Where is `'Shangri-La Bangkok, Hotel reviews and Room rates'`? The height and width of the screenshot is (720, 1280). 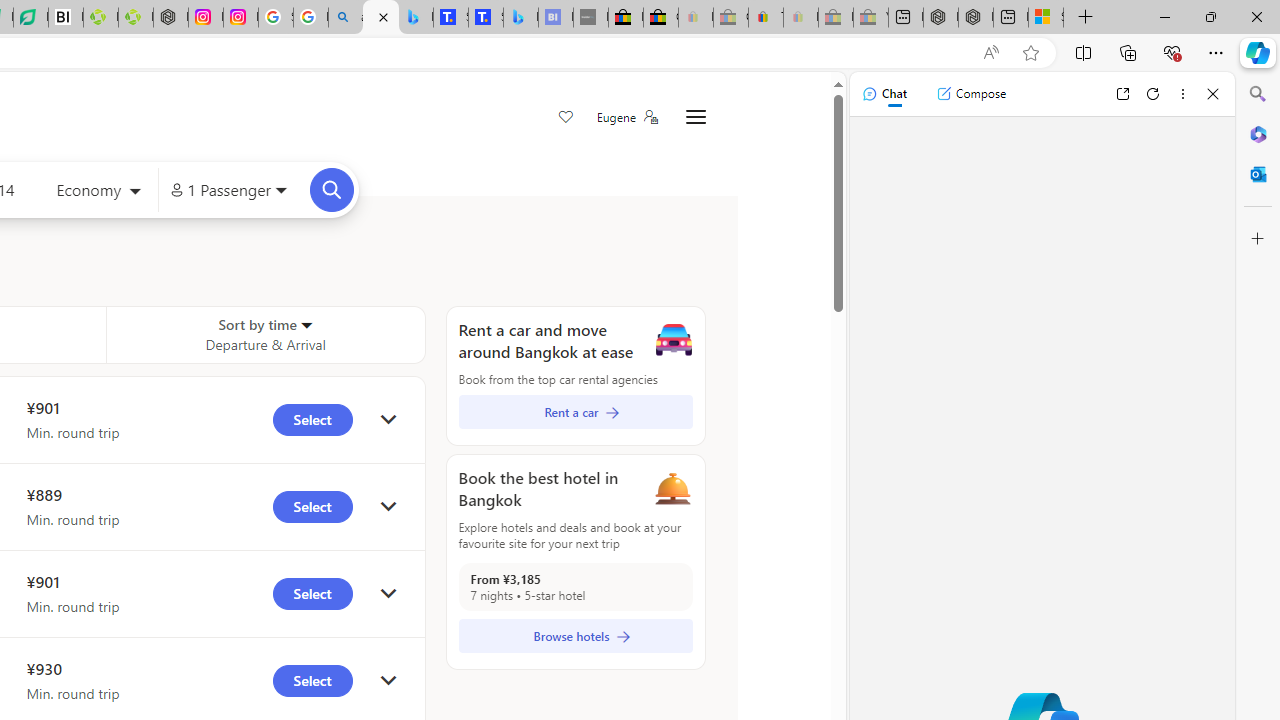 'Shangri-La Bangkok, Hotel reviews and Room rates' is located at coordinates (485, 17).